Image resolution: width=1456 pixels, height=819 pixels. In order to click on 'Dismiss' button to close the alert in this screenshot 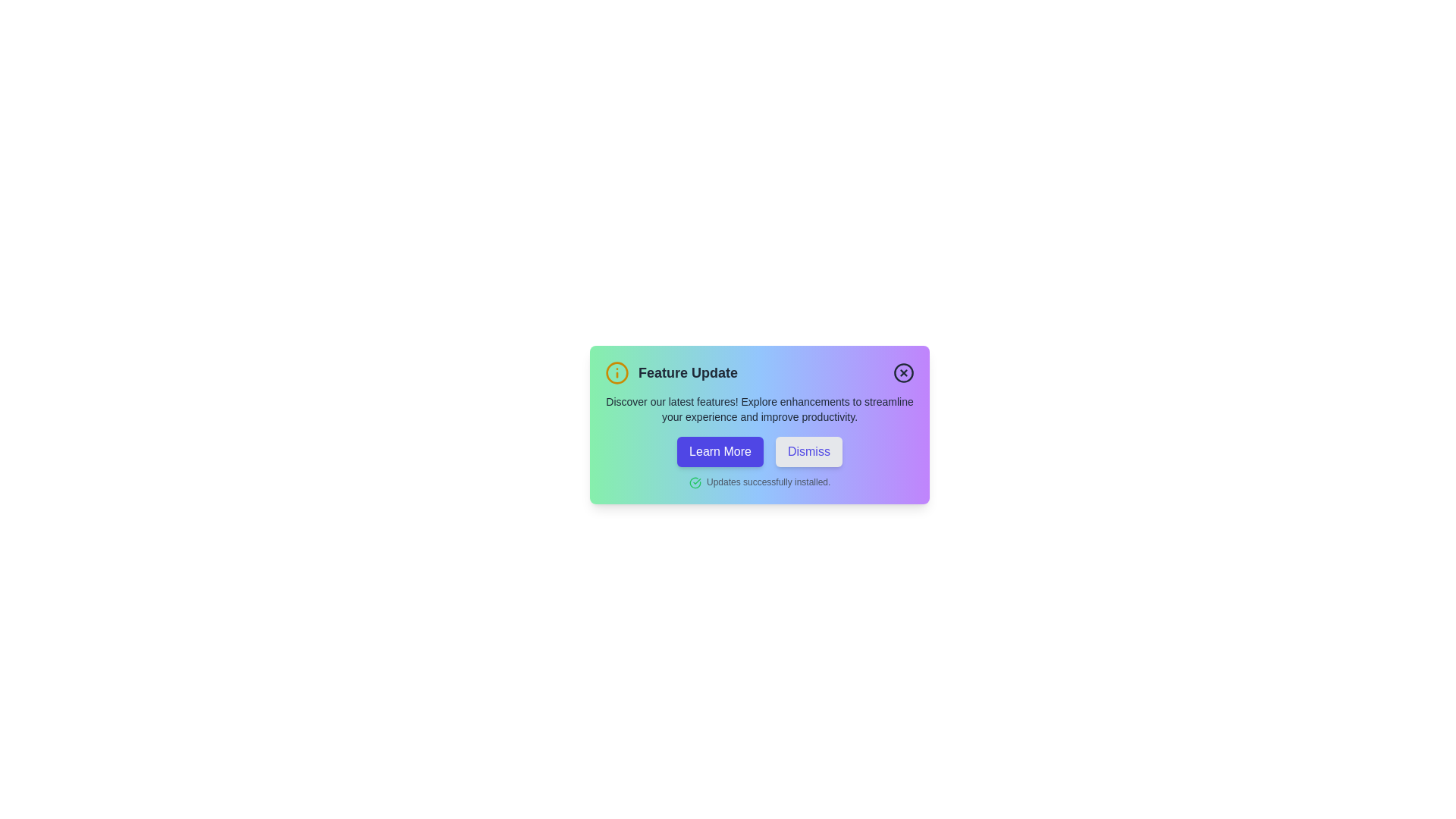, I will do `click(808, 451)`.